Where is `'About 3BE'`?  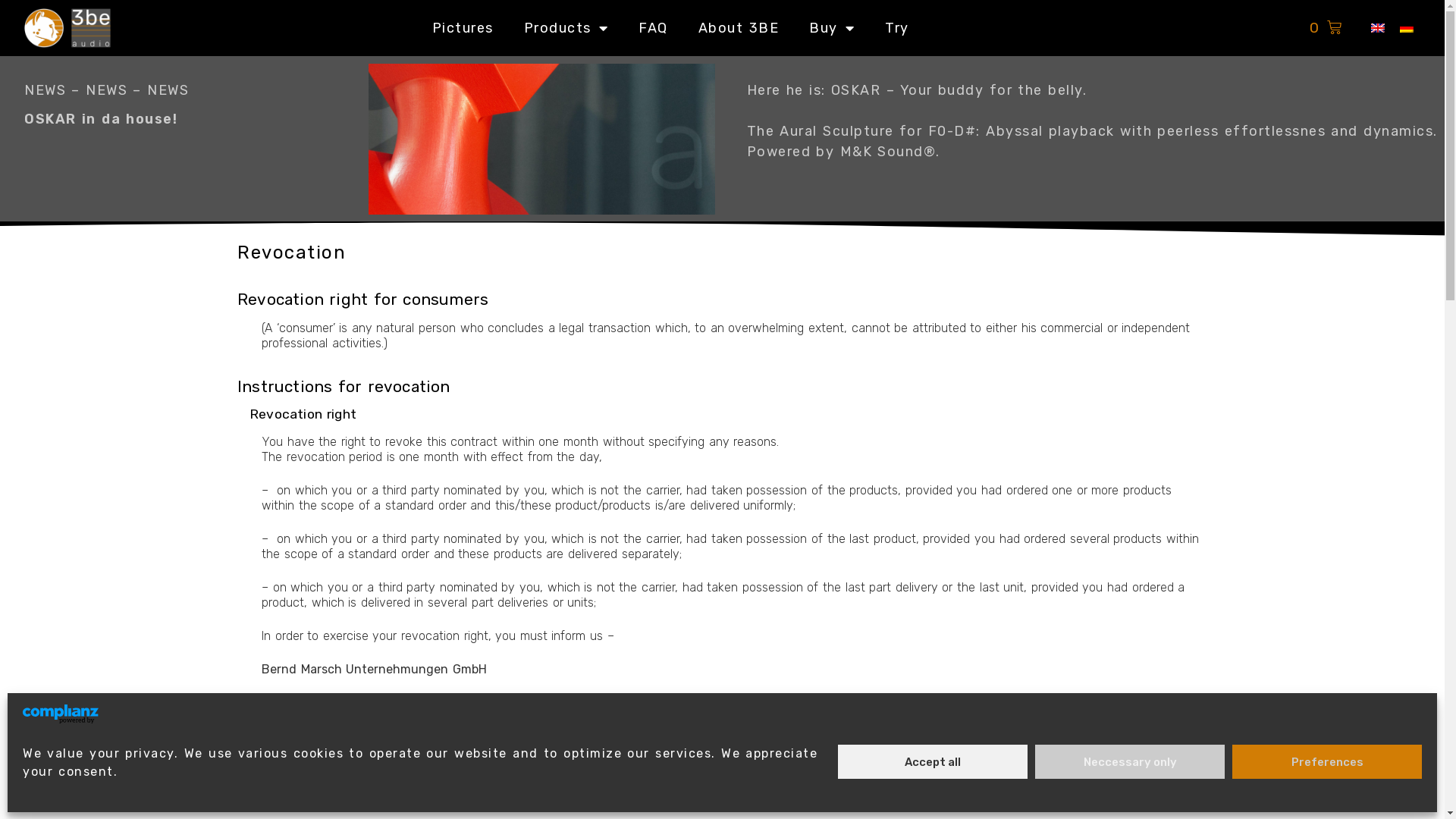 'About 3BE' is located at coordinates (739, 27).